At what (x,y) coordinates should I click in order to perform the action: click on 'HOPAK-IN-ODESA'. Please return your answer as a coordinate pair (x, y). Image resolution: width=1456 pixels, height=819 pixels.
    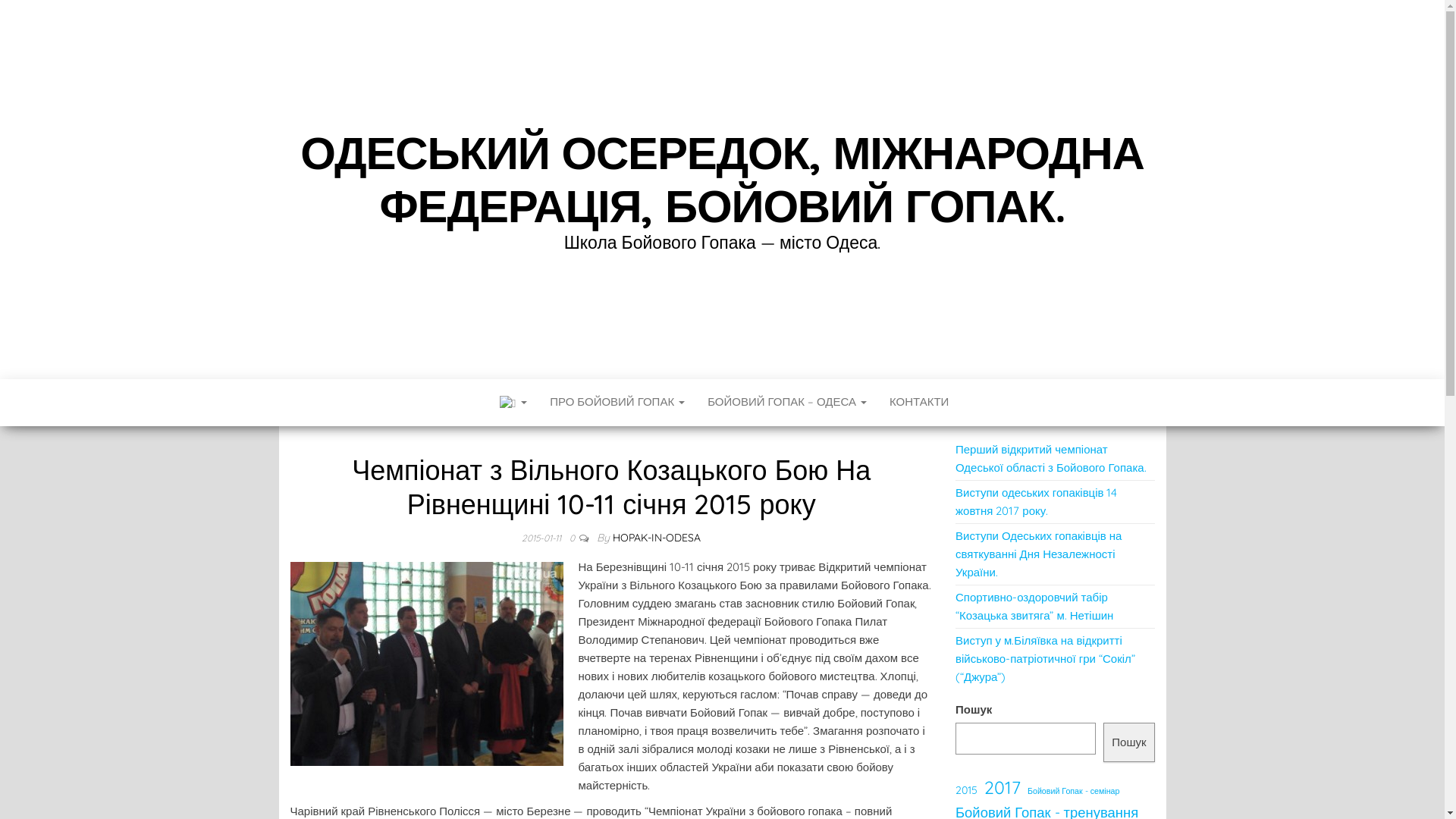
    Looking at the image, I should click on (656, 537).